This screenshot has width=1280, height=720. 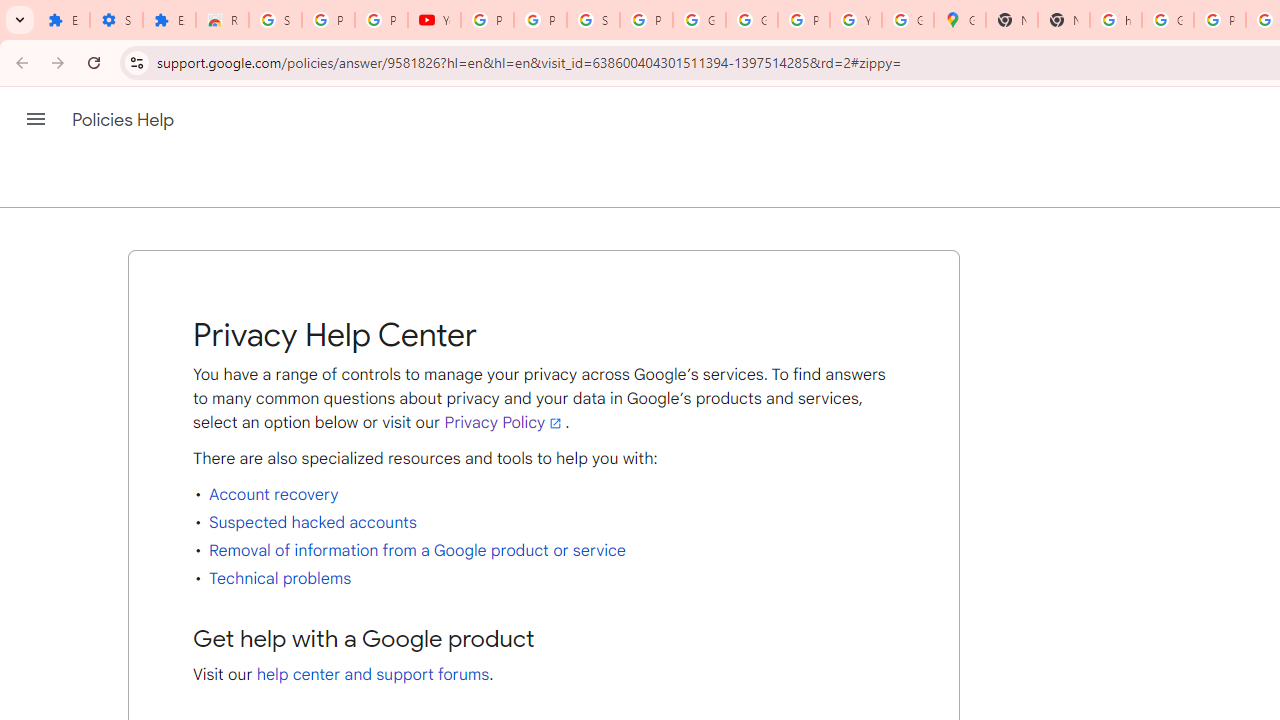 I want to click on 'Removal of information from a Google product or service', so click(x=416, y=550).